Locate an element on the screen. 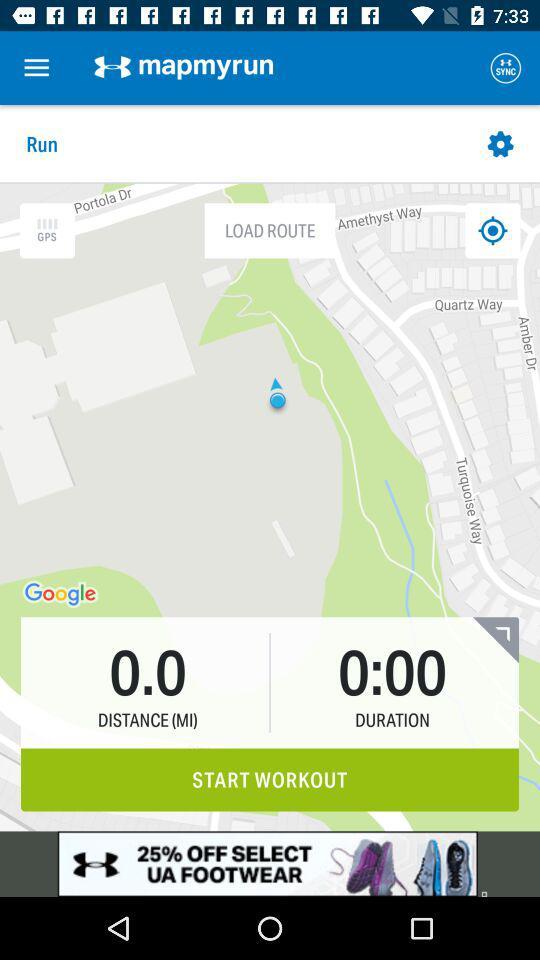 The width and height of the screenshot is (540, 960). the load route is located at coordinates (270, 230).